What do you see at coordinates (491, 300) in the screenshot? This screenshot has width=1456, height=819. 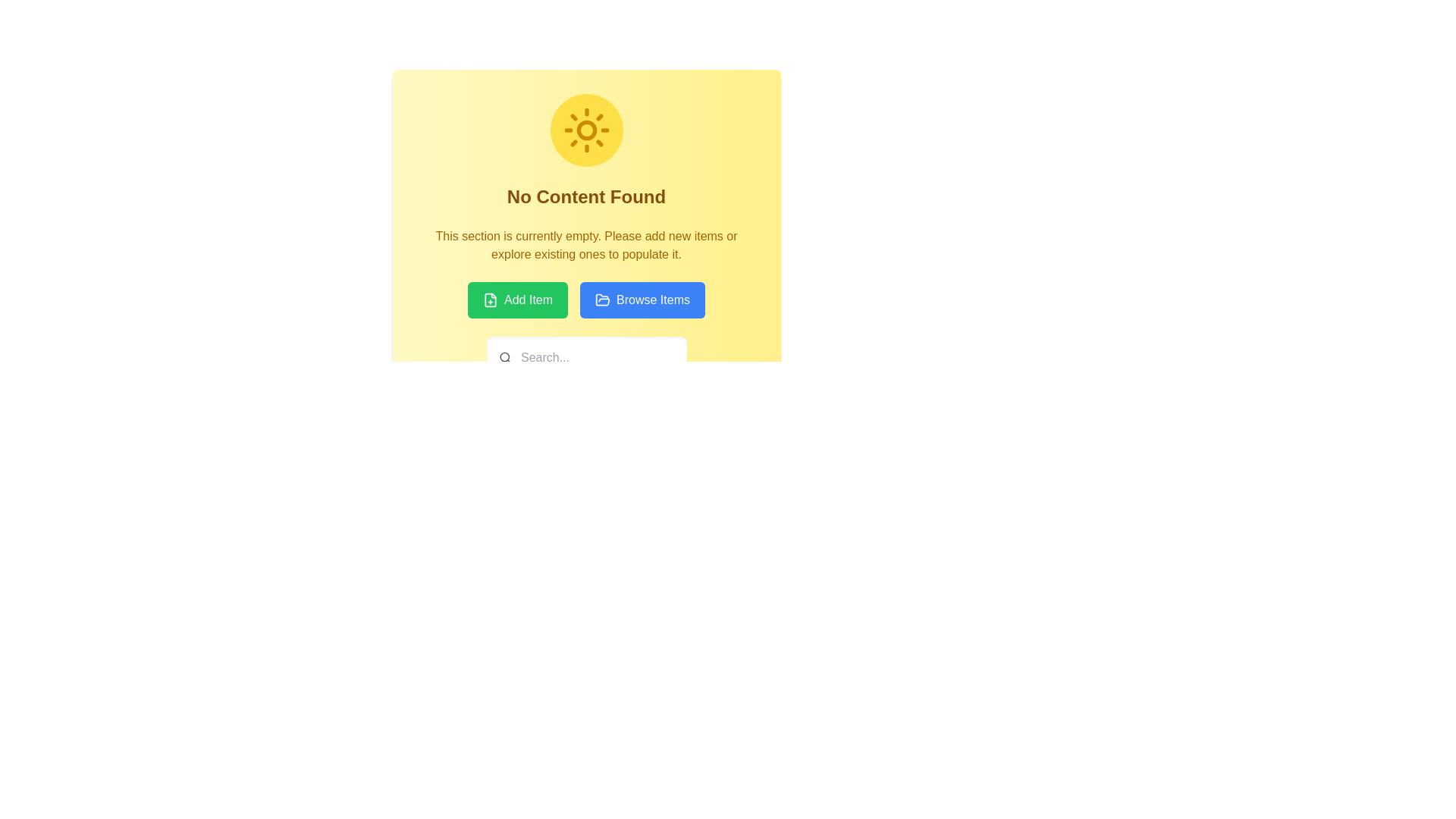 I see `the 'Add Item' button` at bounding box center [491, 300].